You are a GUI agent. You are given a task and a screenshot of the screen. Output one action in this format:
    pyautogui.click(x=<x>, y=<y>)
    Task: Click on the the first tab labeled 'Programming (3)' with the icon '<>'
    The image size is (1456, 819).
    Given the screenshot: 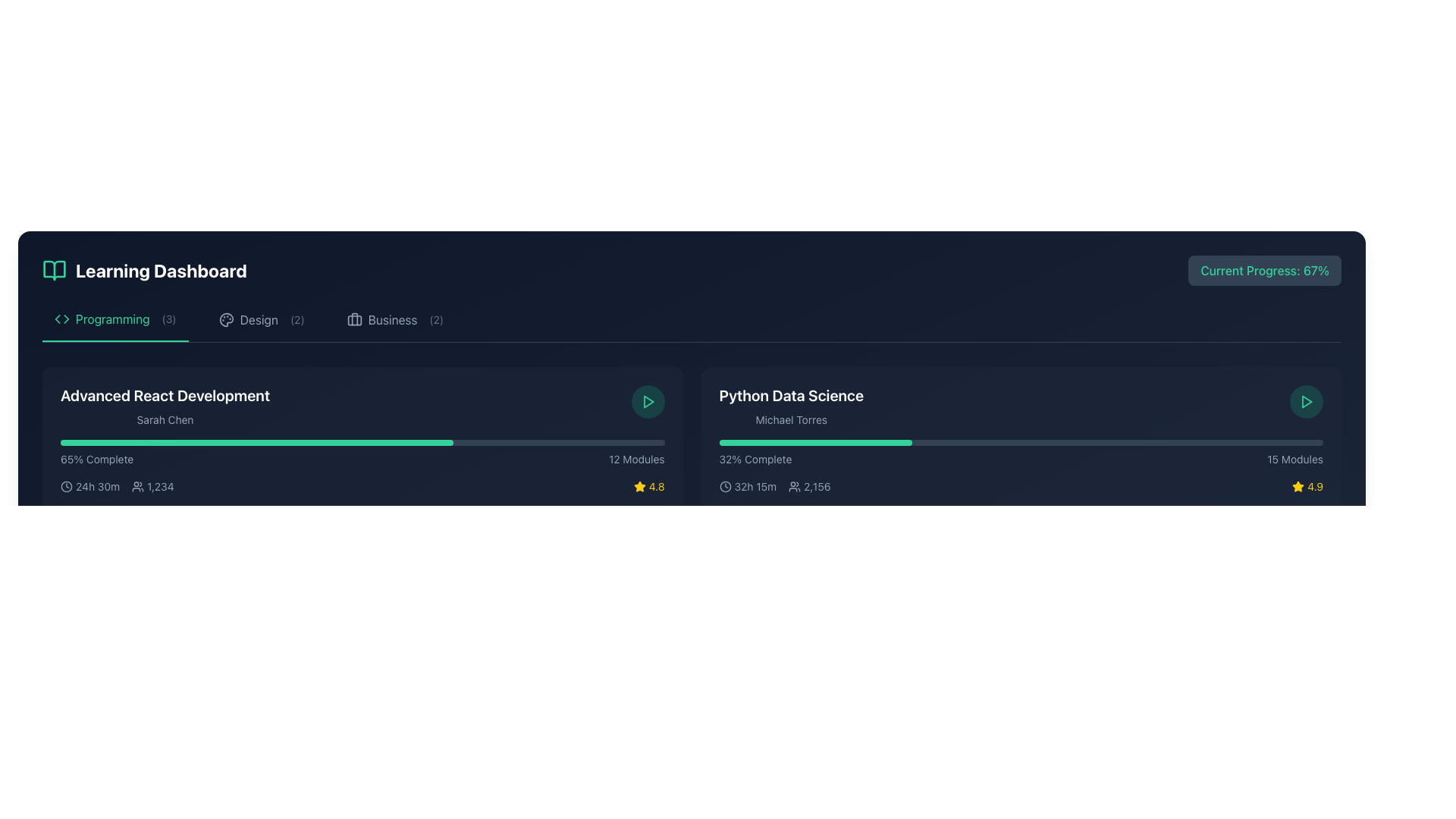 What is the action you would take?
    pyautogui.click(x=115, y=325)
    